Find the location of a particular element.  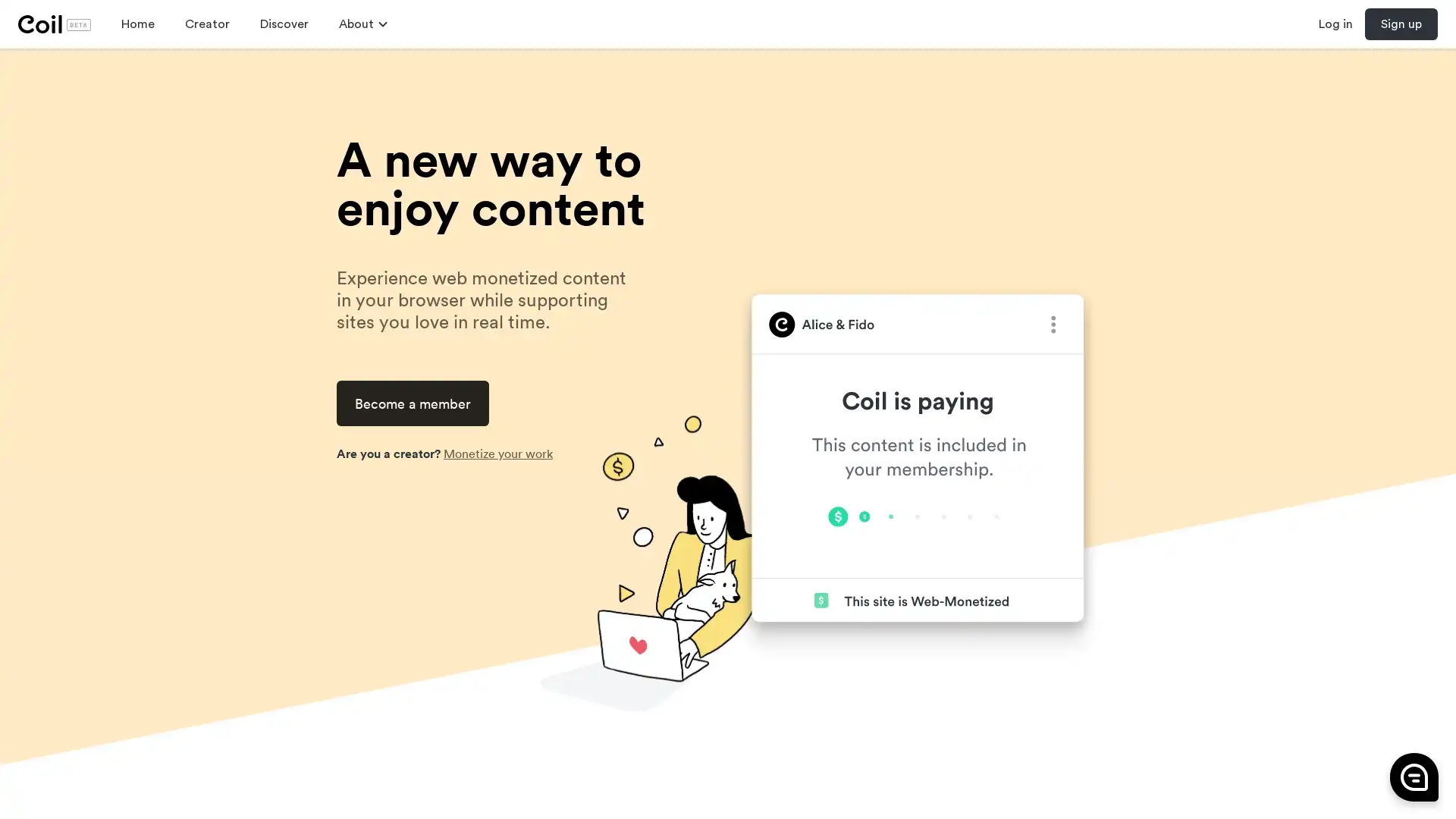

Sign up is located at coordinates (1401, 24).